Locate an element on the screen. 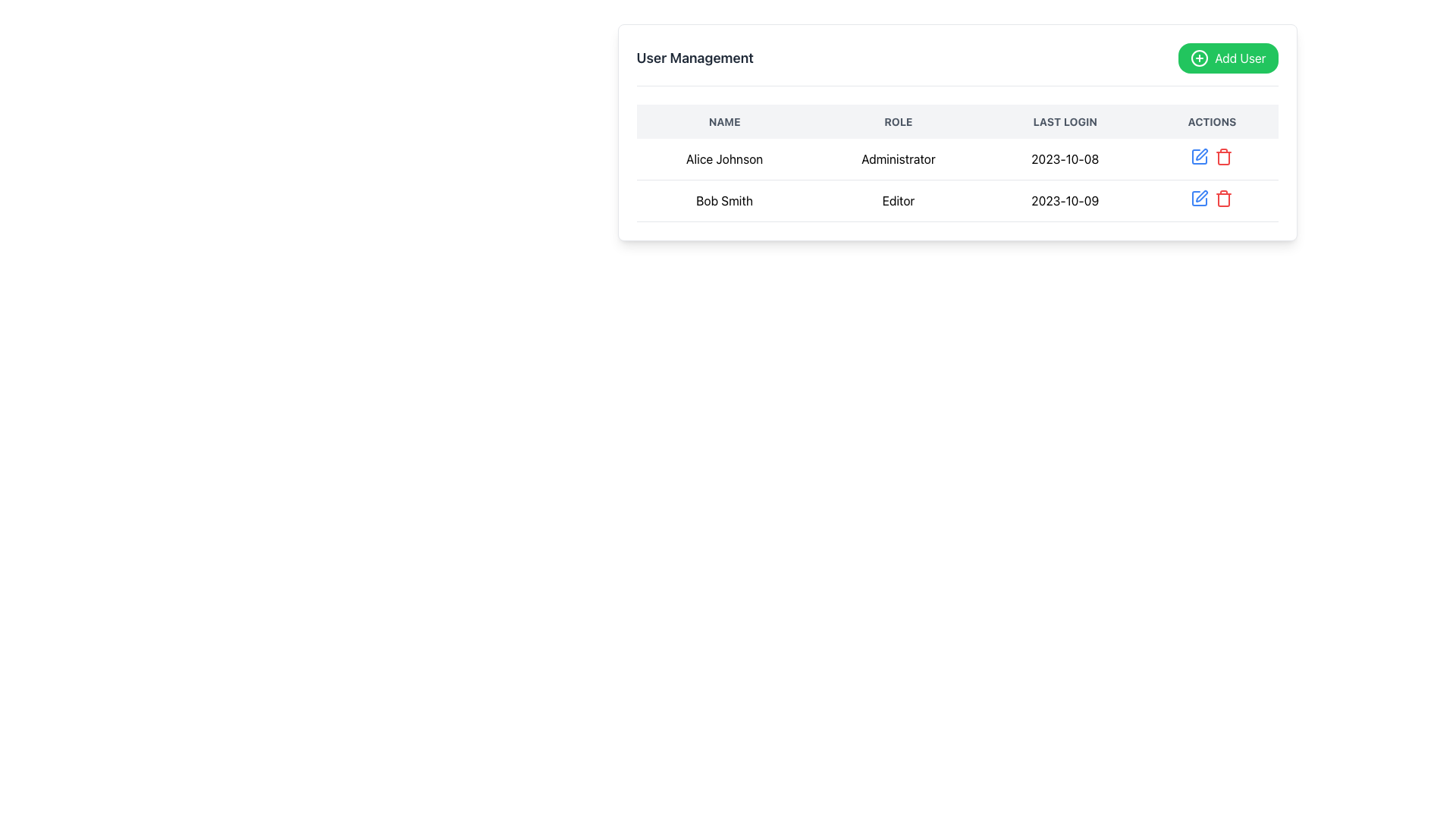  the 'Role' column header in the table, which is the second column header, centrally aligned and positioned between the 'Name' and 'Last Login' columns is located at coordinates (898, 121).